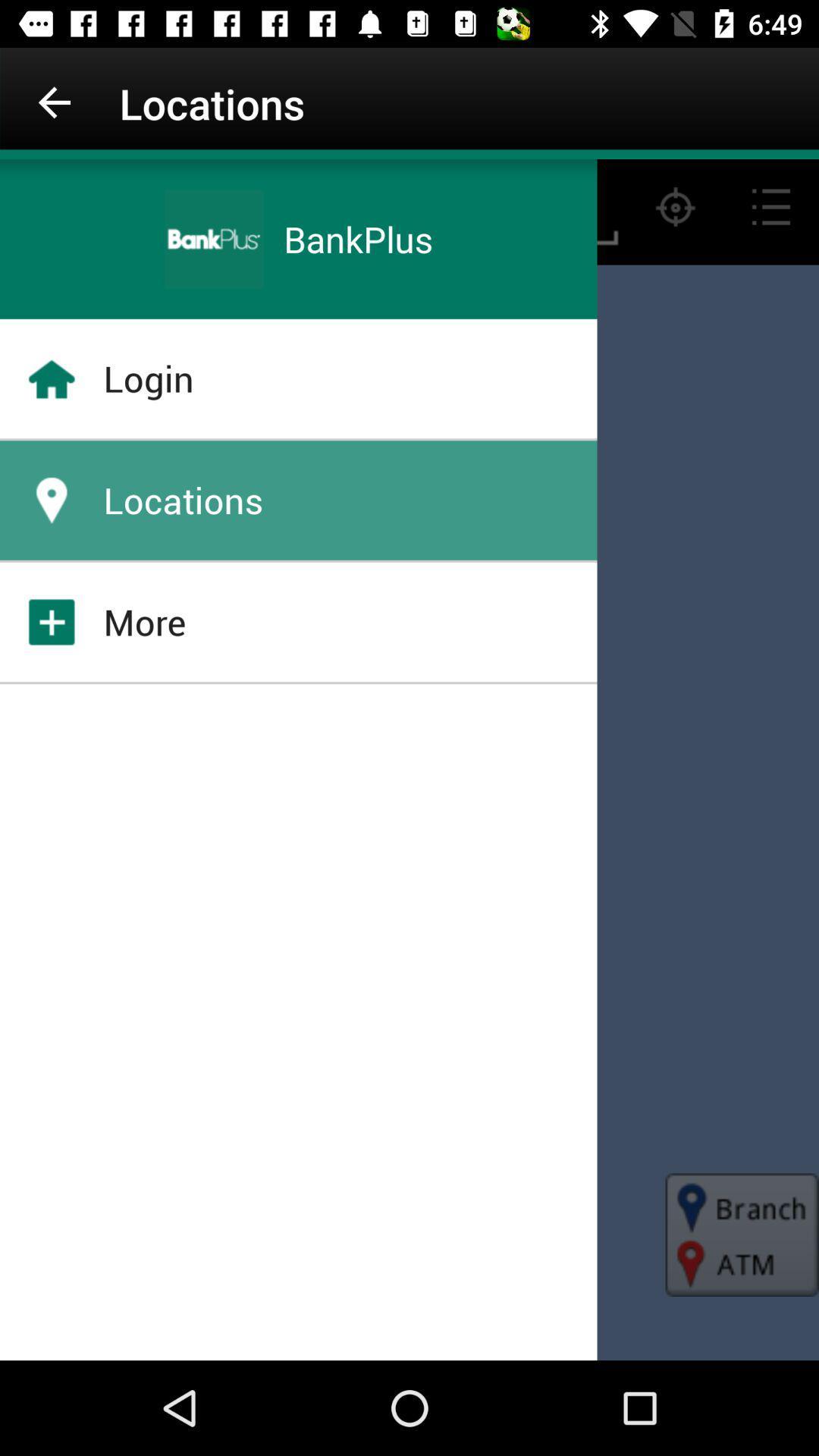 This screenshot has height=1456, width=819. What do you see at coordinates (51, 500) in the screenshot?
I see `location icon` at bounding box center [51, 500].